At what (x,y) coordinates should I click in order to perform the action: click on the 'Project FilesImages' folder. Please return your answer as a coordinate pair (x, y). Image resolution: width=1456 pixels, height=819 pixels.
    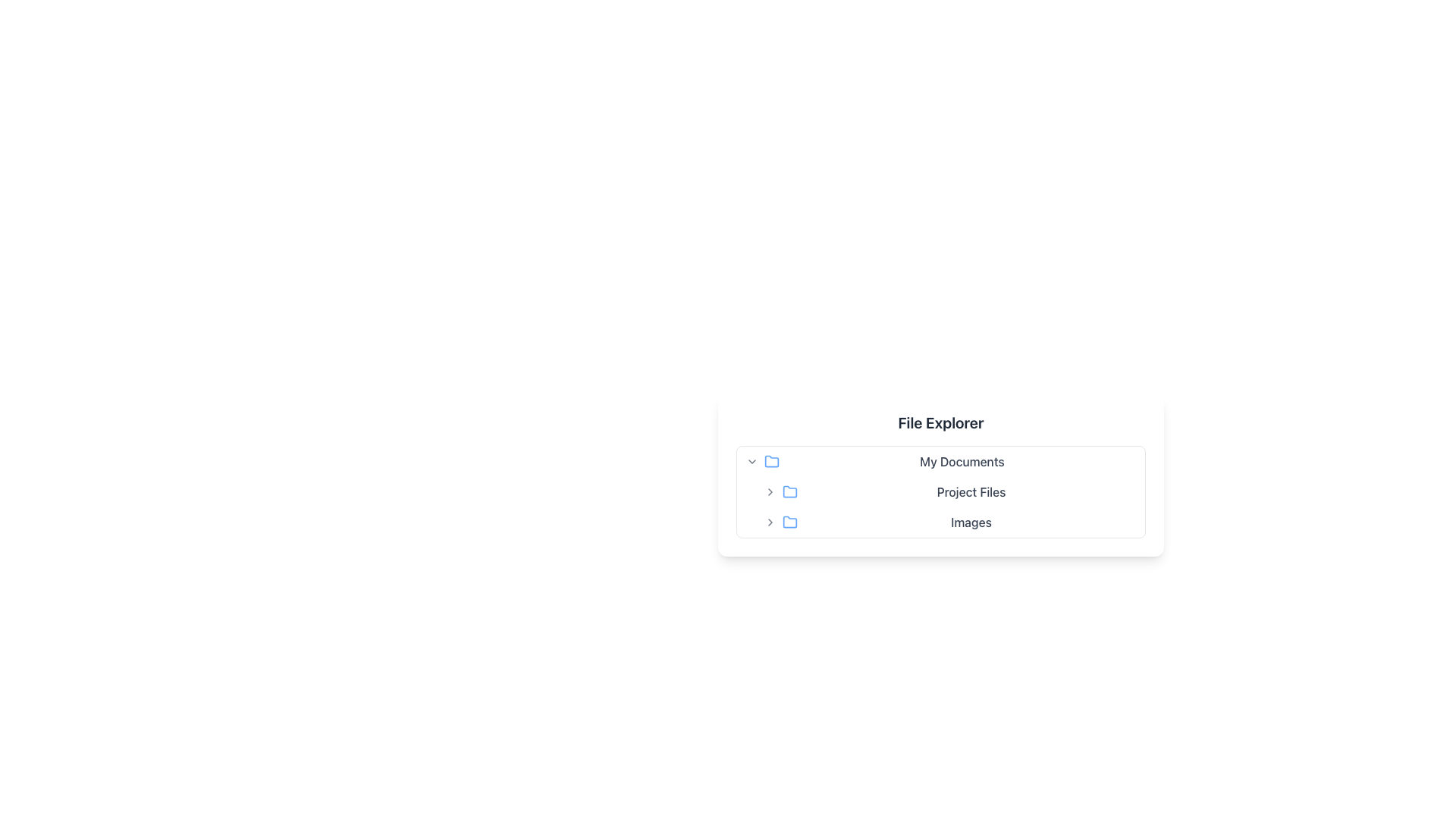
    Looking at the image, I should click on (949, 507).